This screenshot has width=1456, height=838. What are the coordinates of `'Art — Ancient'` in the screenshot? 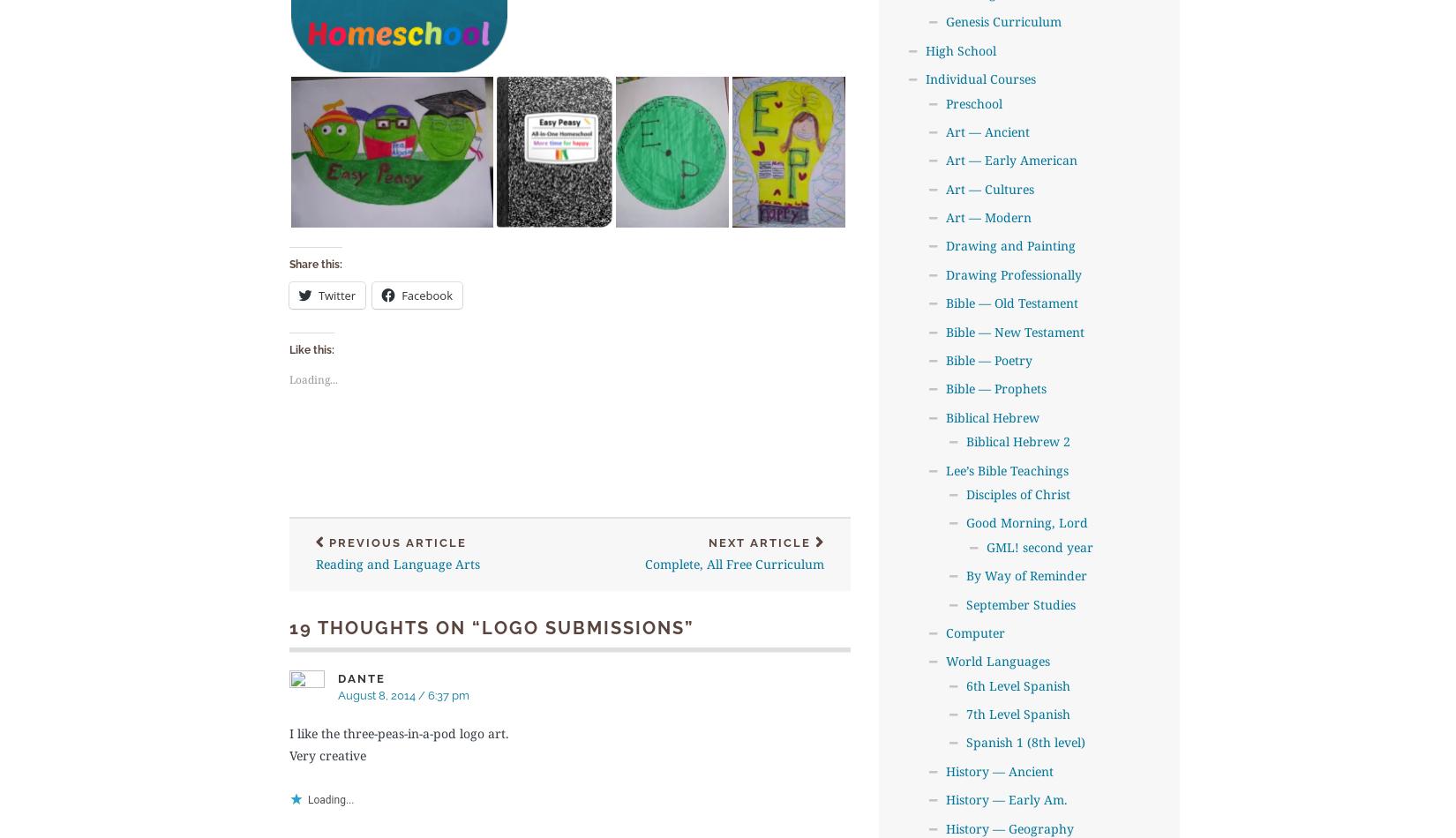 It's located at (945, 131).